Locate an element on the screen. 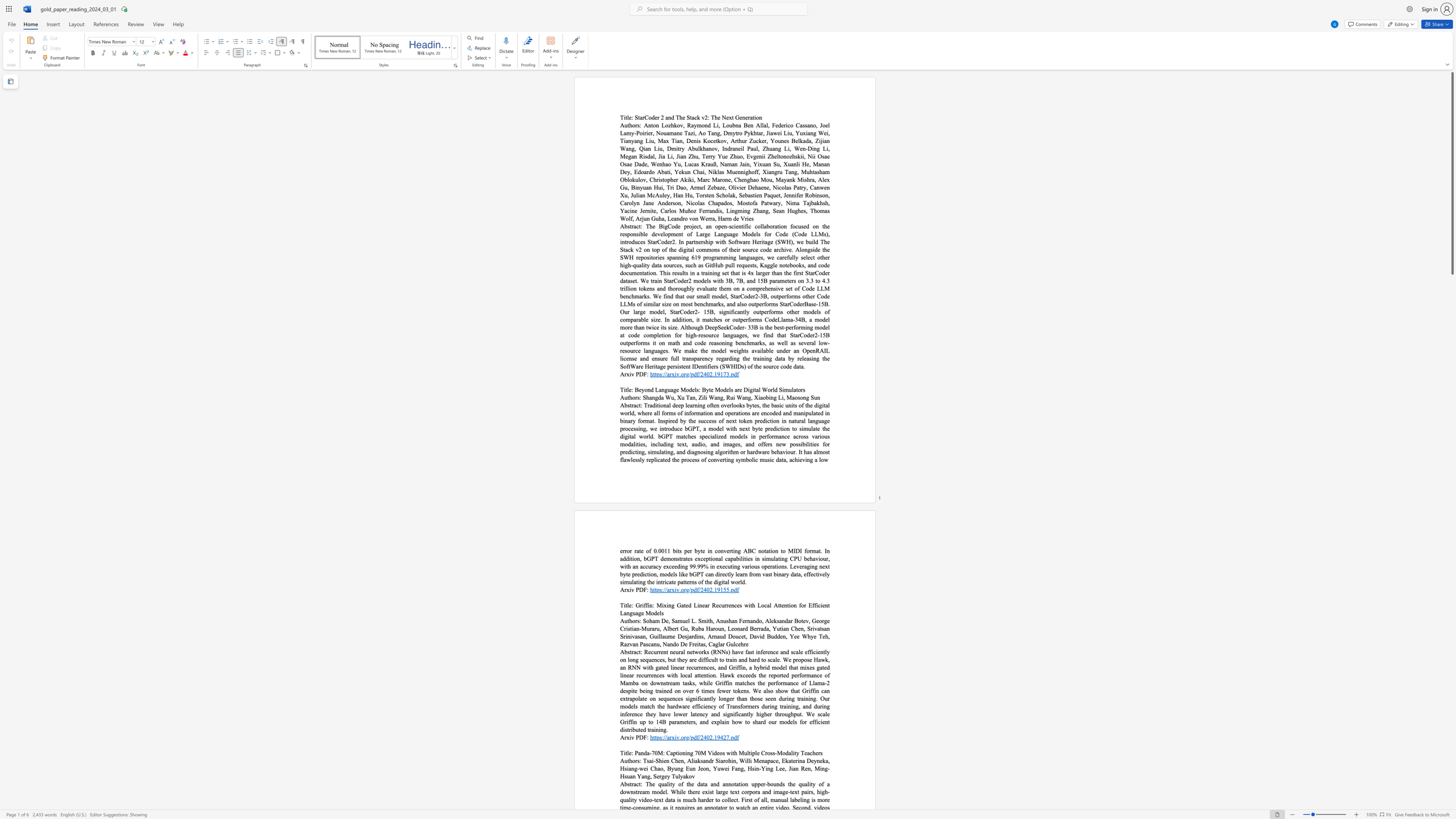  the right-hand scrollbar to descend the page is located at coordinates (1451, 469).